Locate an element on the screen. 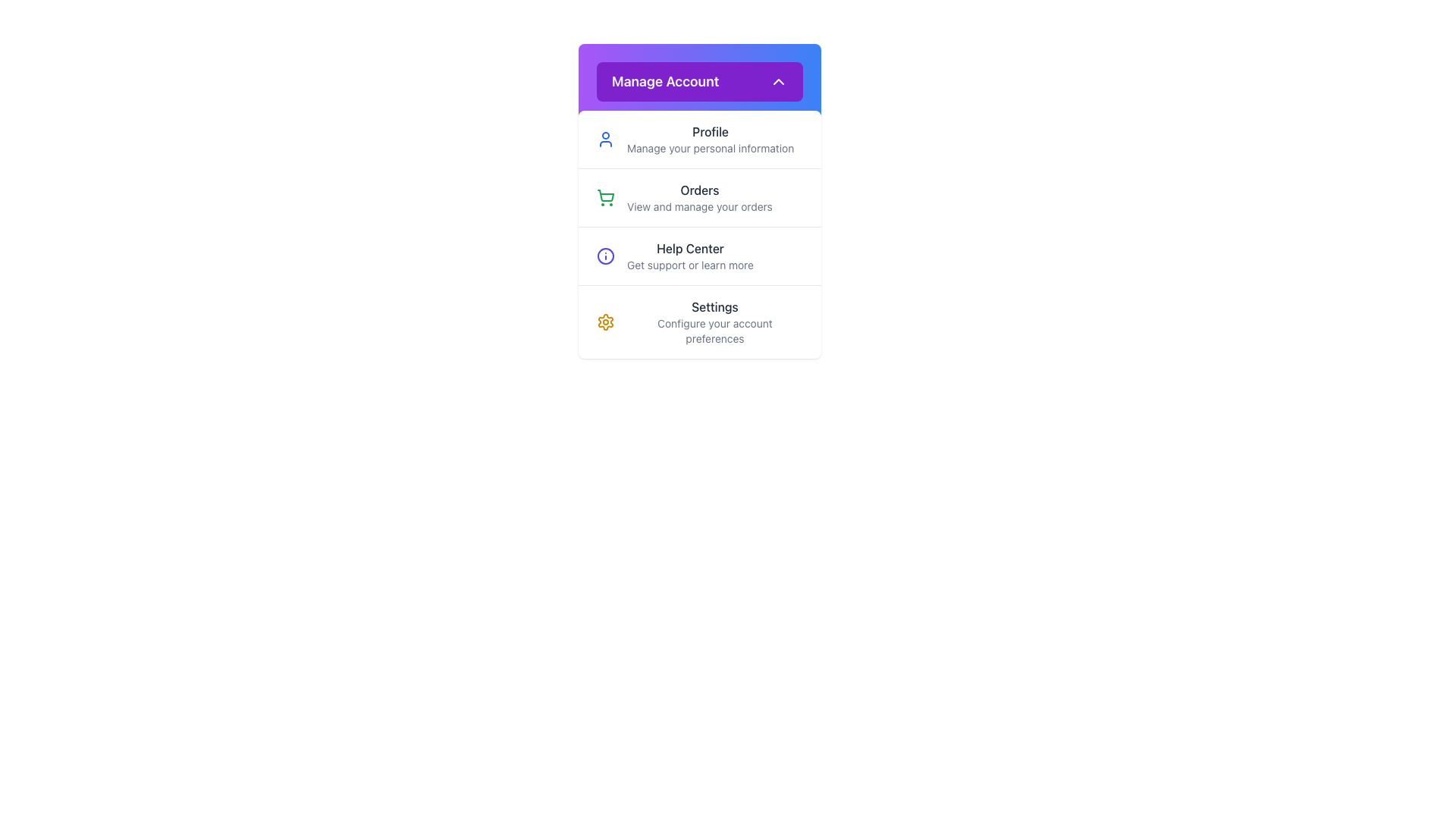  the third menu item in the 'Manage Account' section is located at coordinates (698, 255).